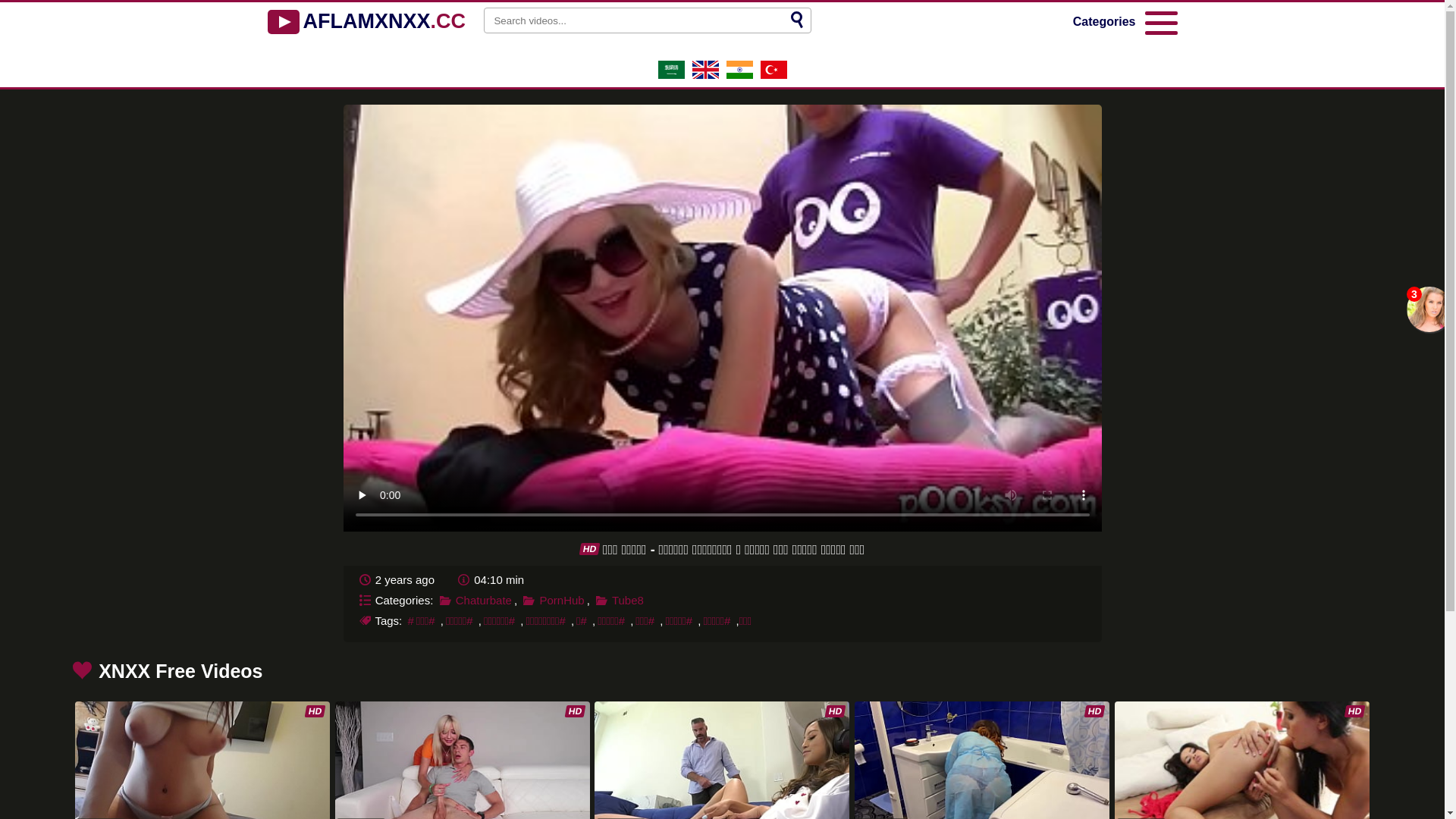 The image size is (1456, 819). Describe the element at coordinates (475, 598) in the screenshot. I see `'Chaturbate'` at that location.